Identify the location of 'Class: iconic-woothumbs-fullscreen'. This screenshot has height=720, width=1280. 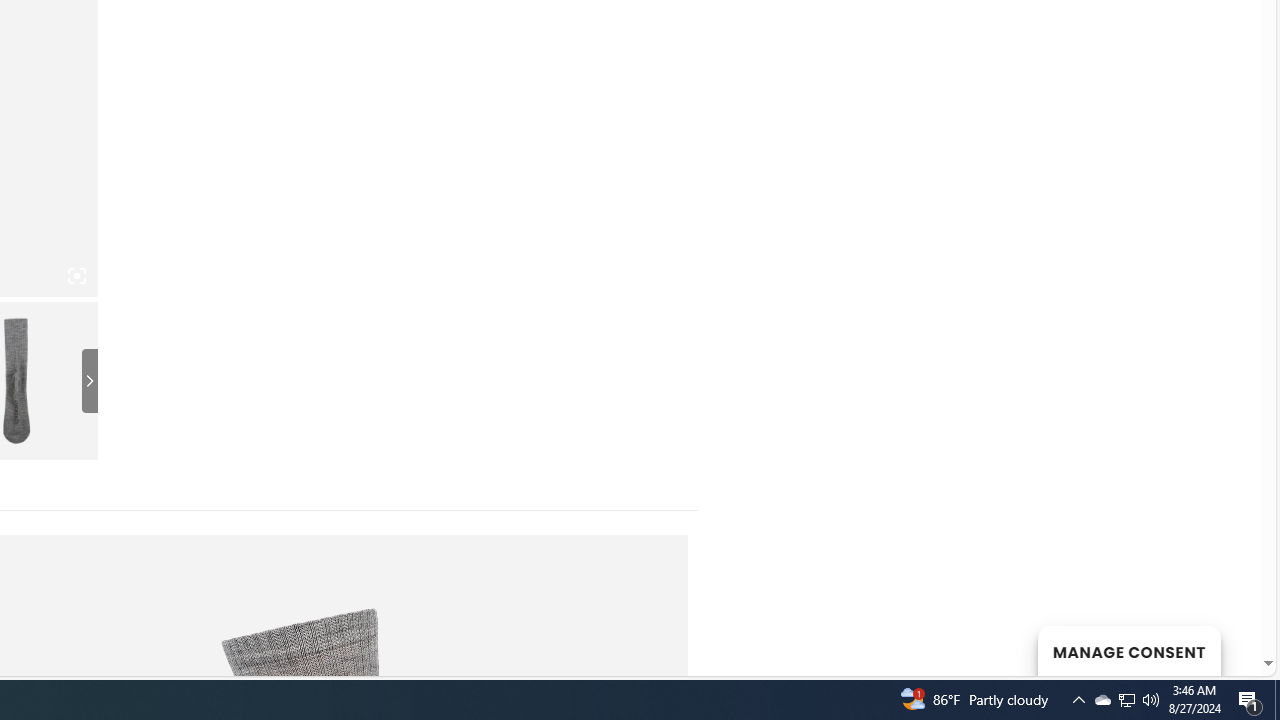
(76, 276).